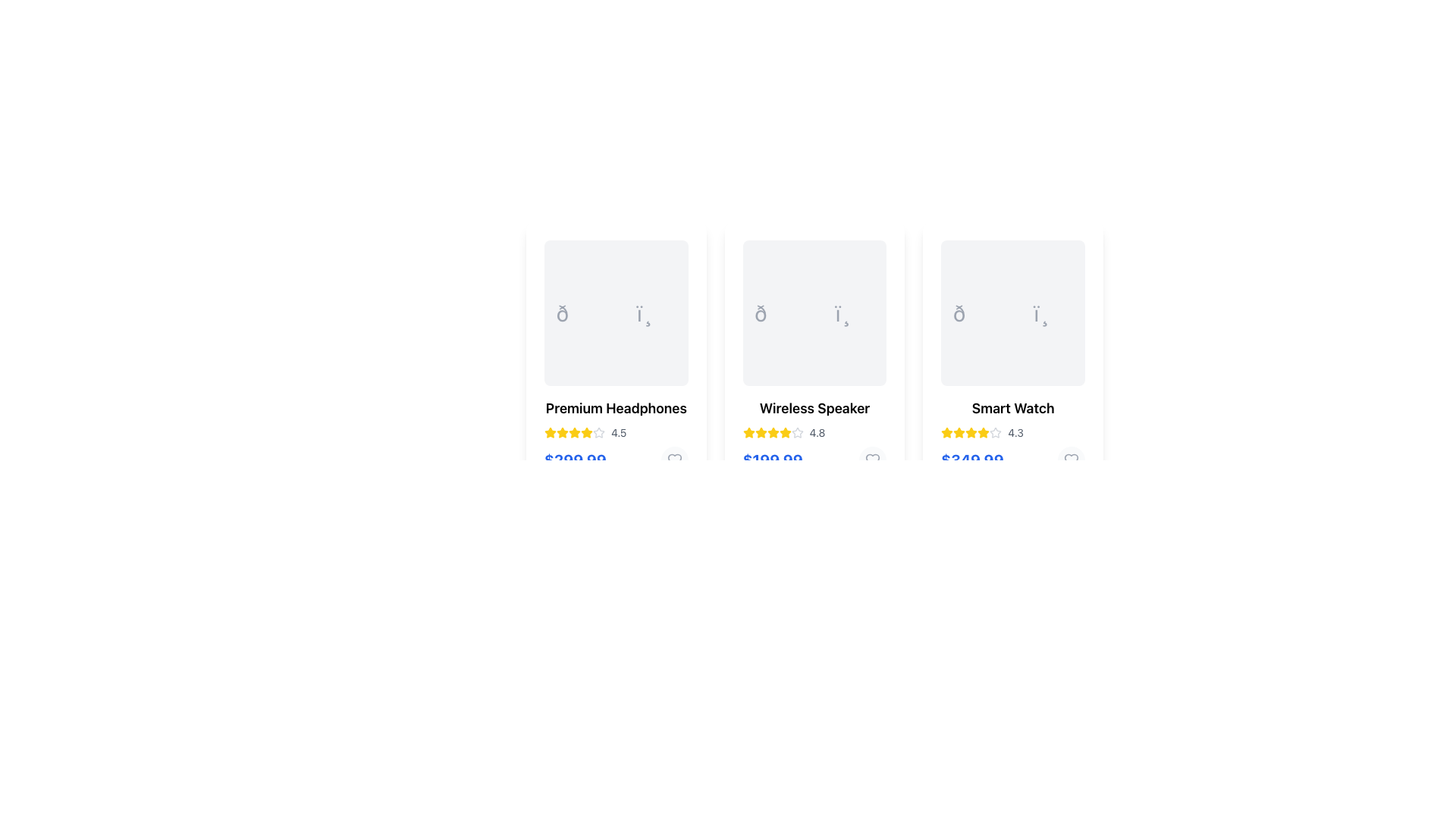 The width and height of the screenshot is (1456, 819). I want to click on the visual representation of the bright yellow star icon, which is the fifth star in the rating sequence for the 'Wireless Speaker' product, so click(785, 432).